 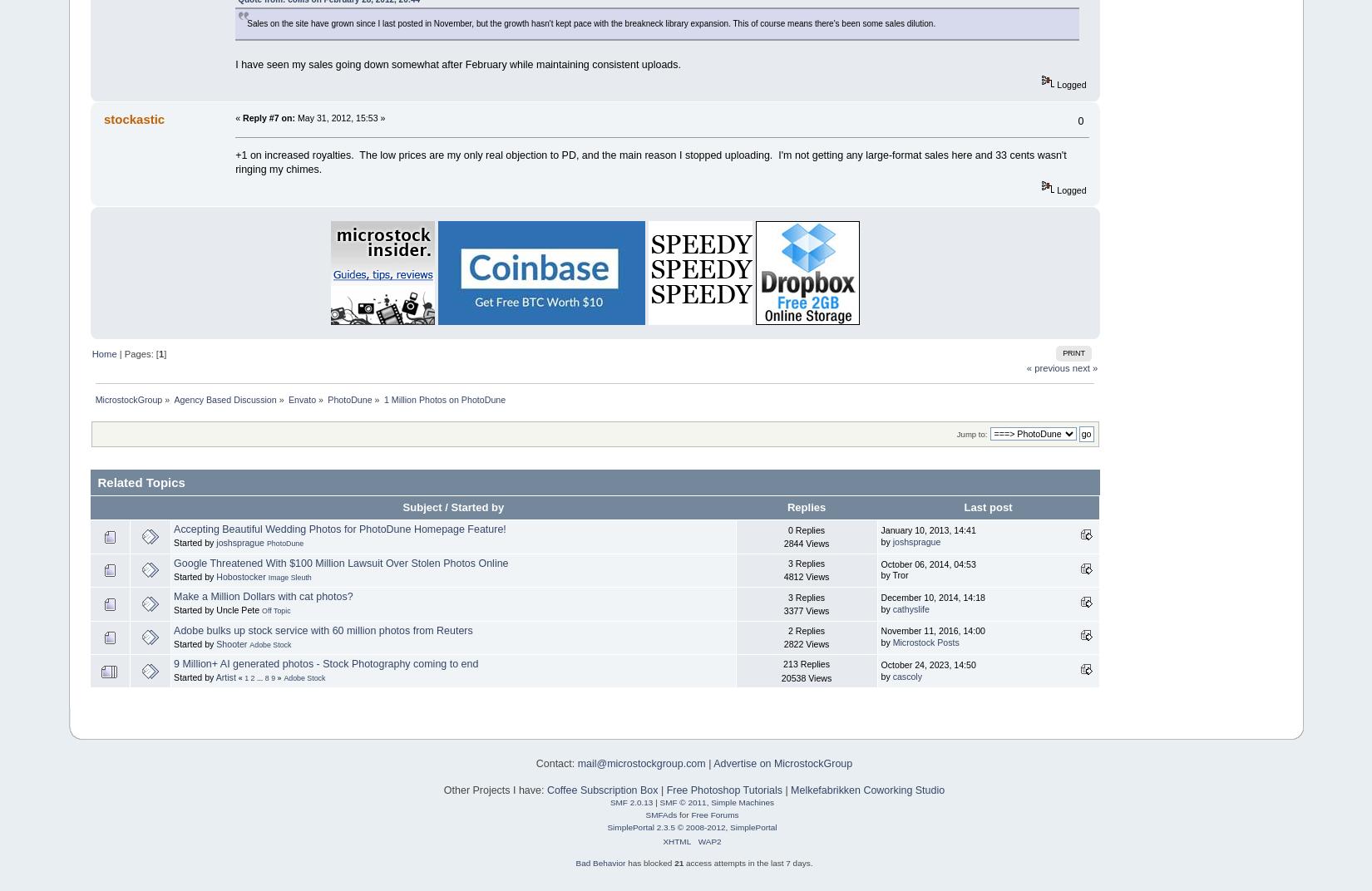 I want to click on 'Related Topics', so click(x=141, y=480).